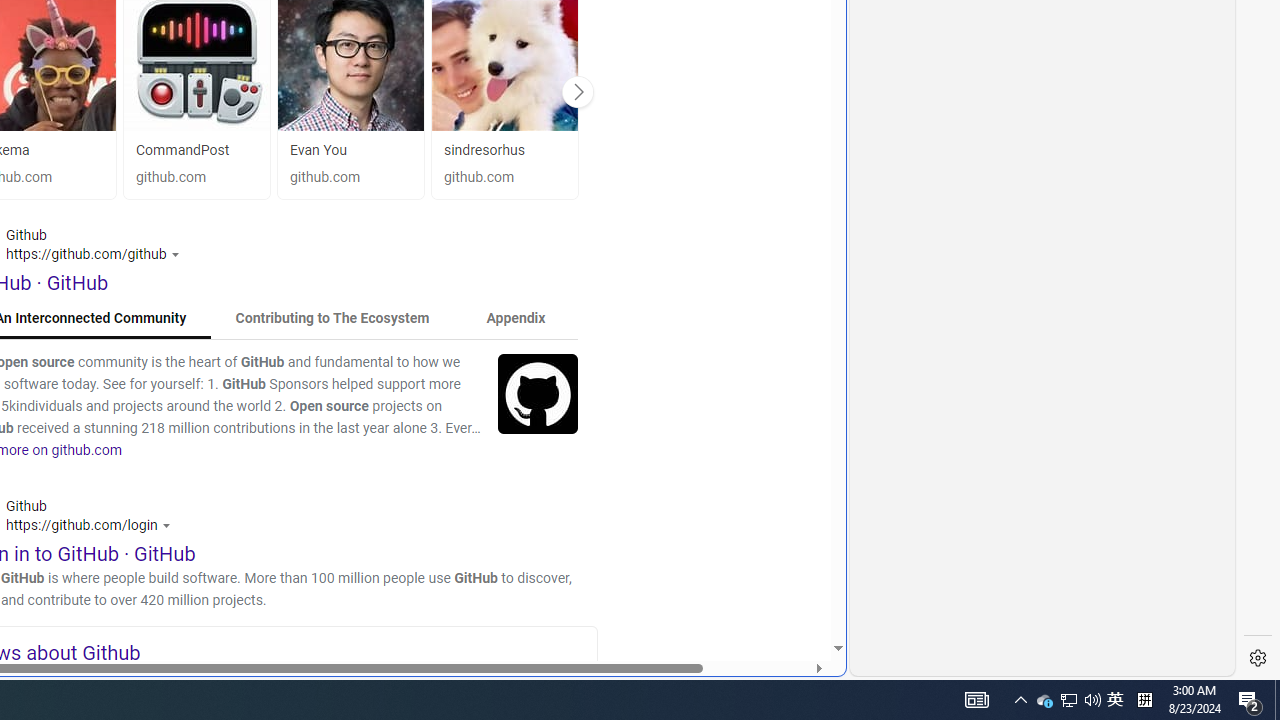 Image resolution: width=1280 pixels, height=720 pixels. I want to click on 'Image', so click(538, 393).